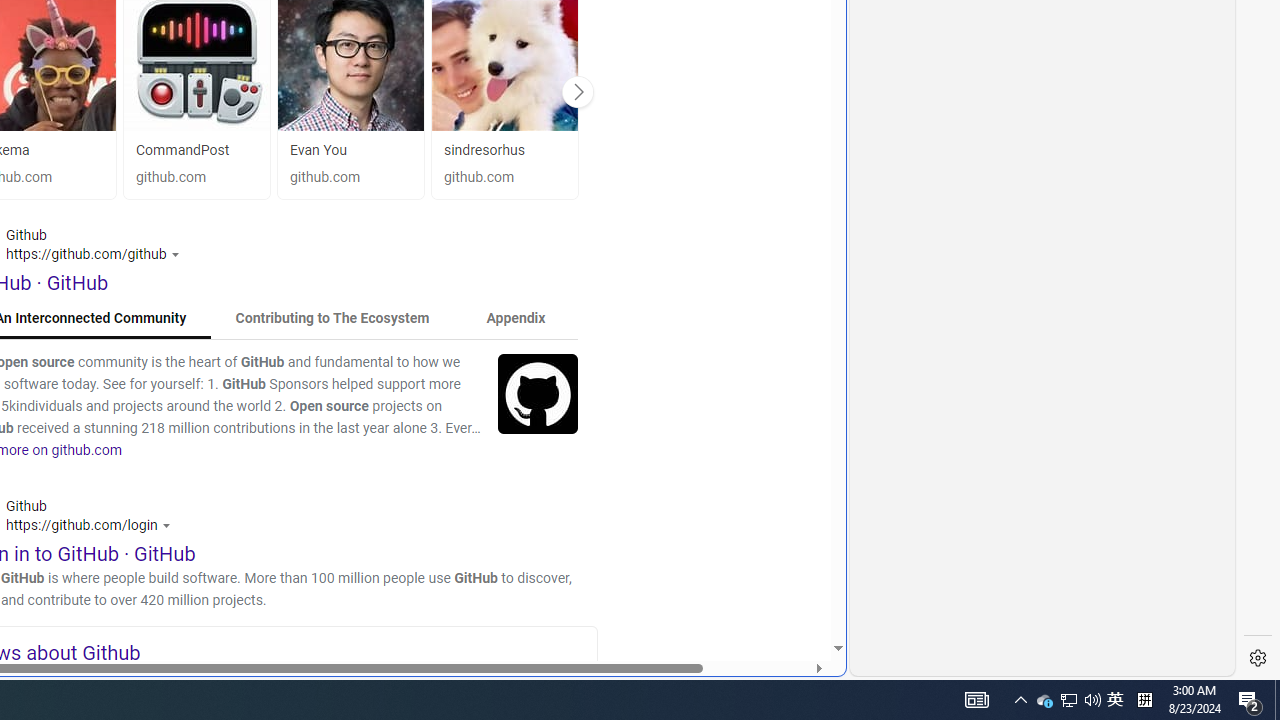 Image resolution: width=1280 pixels, height=720 pixels. I want to click on 'Image', so click(538, 393).